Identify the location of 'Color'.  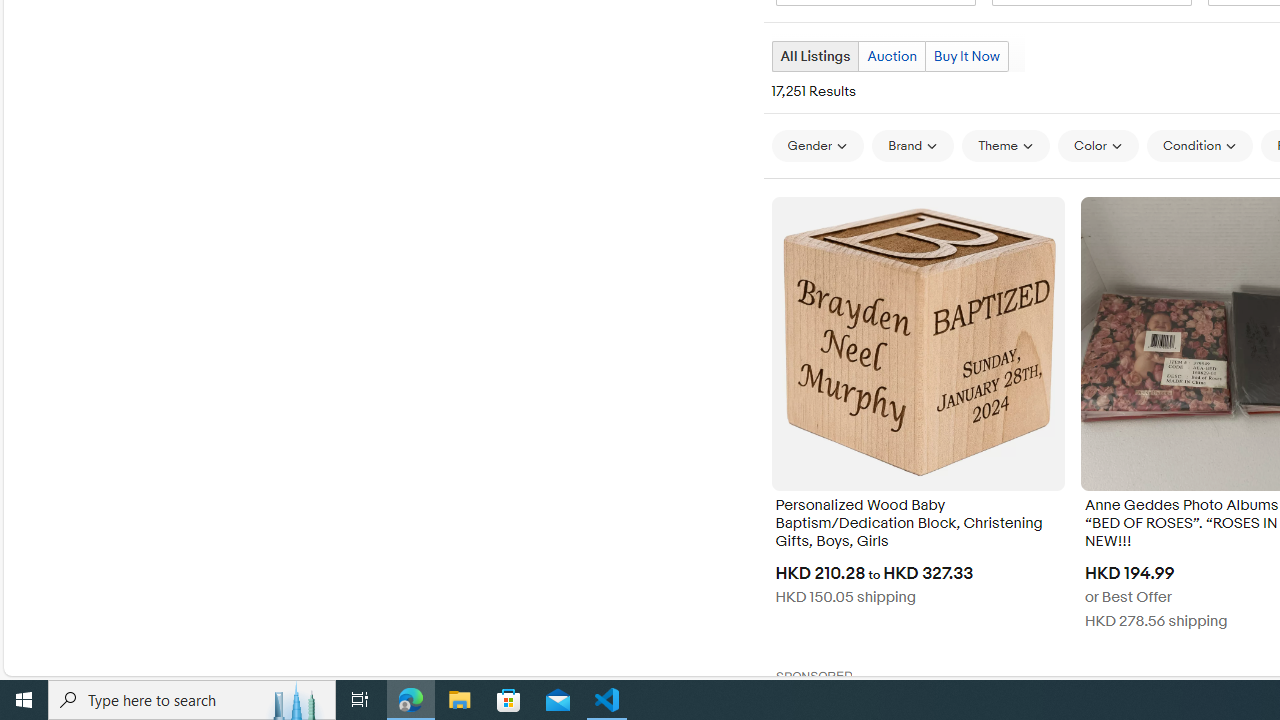
(1097, 145).